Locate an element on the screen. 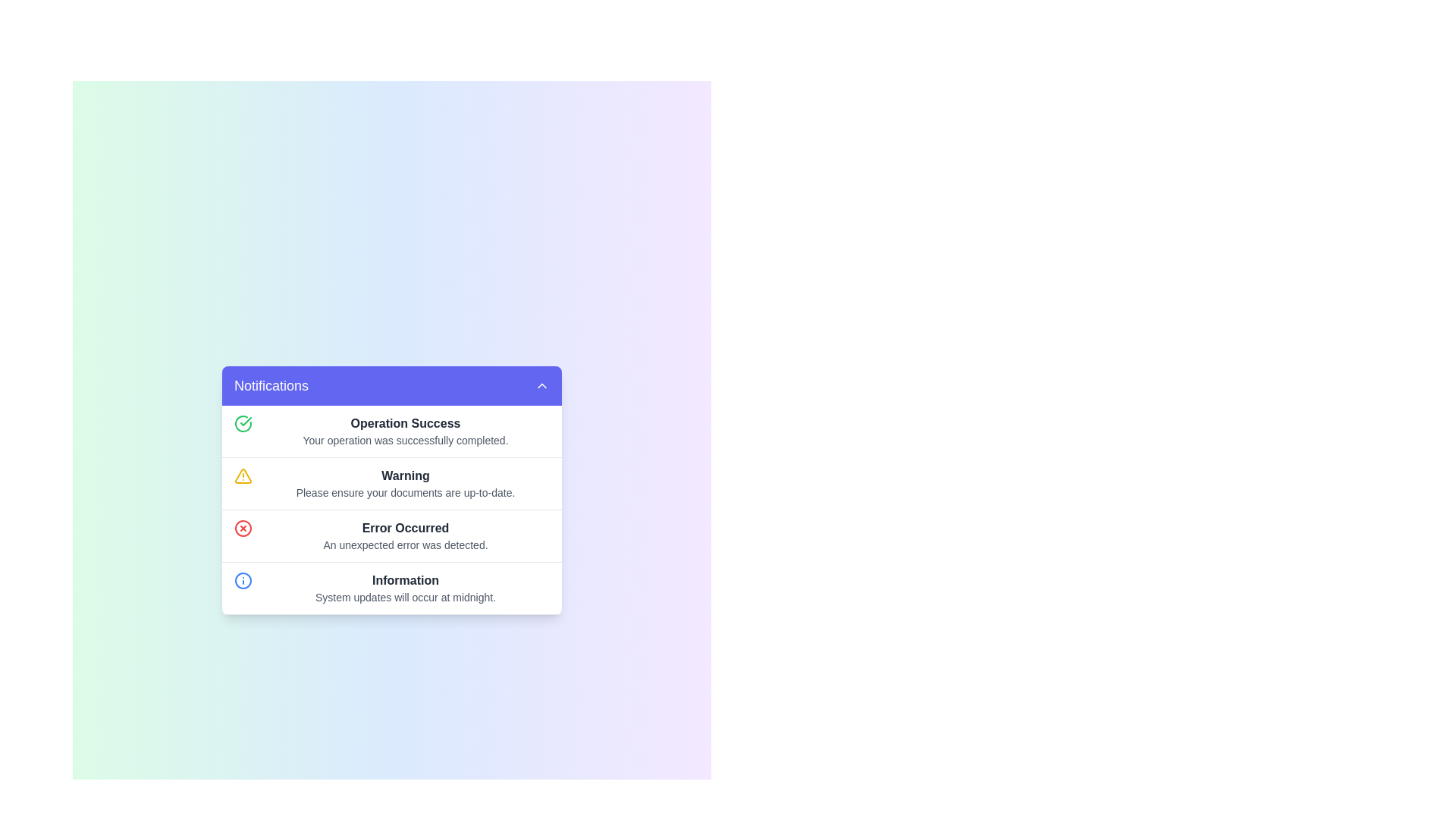  the Text Label that reads 'Please ensure your documents are up-to-date.' which is styled in gray and positioned below the 'Warning' label in the notification list is located at coordinates (405, 493).